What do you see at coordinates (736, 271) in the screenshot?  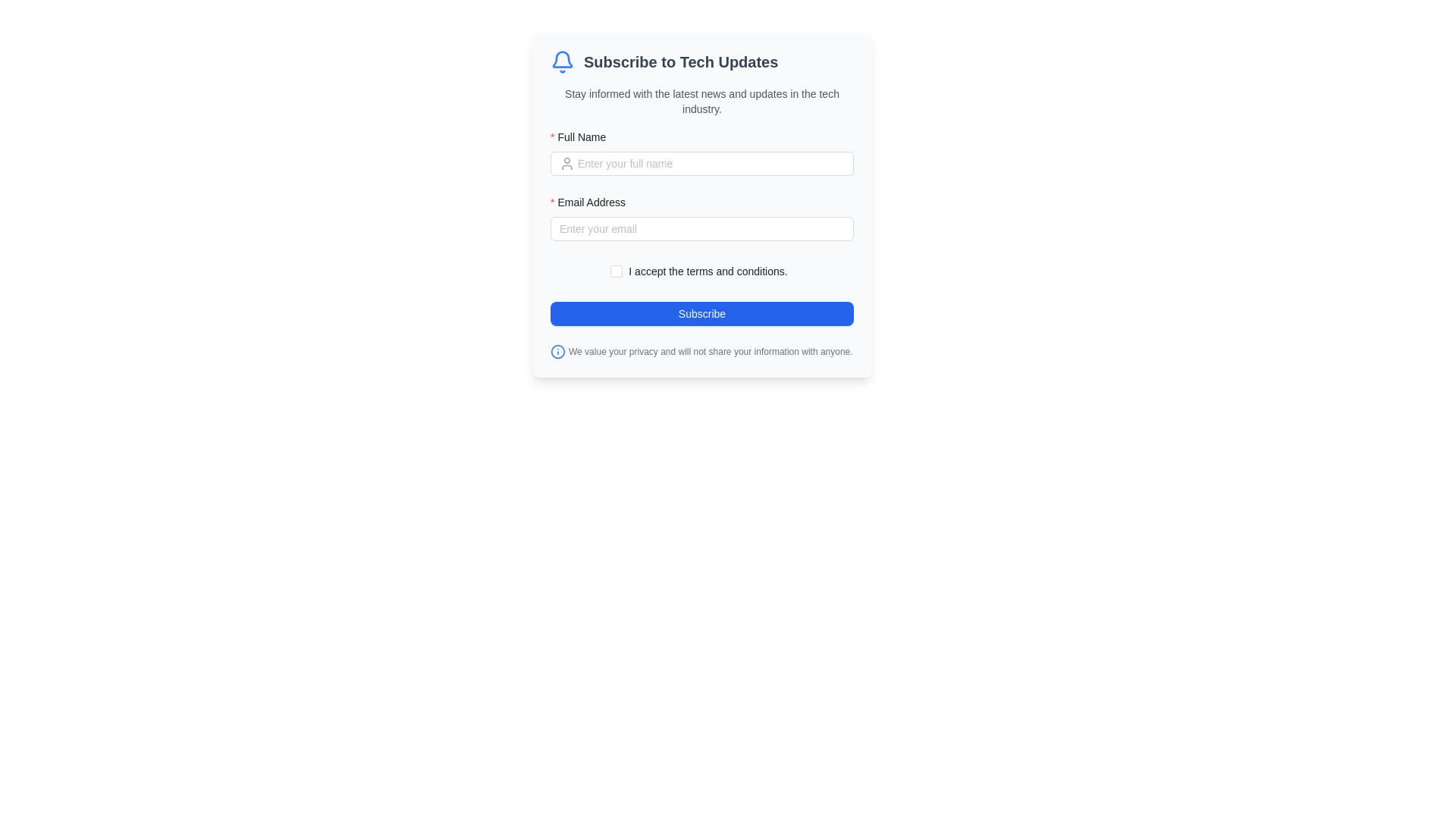 I see `the hyperlink that reads 'terms and conditions', styled in blue, located at the end of the text 'I accept the terms and conditions.'` at bounding box center [736, 271].